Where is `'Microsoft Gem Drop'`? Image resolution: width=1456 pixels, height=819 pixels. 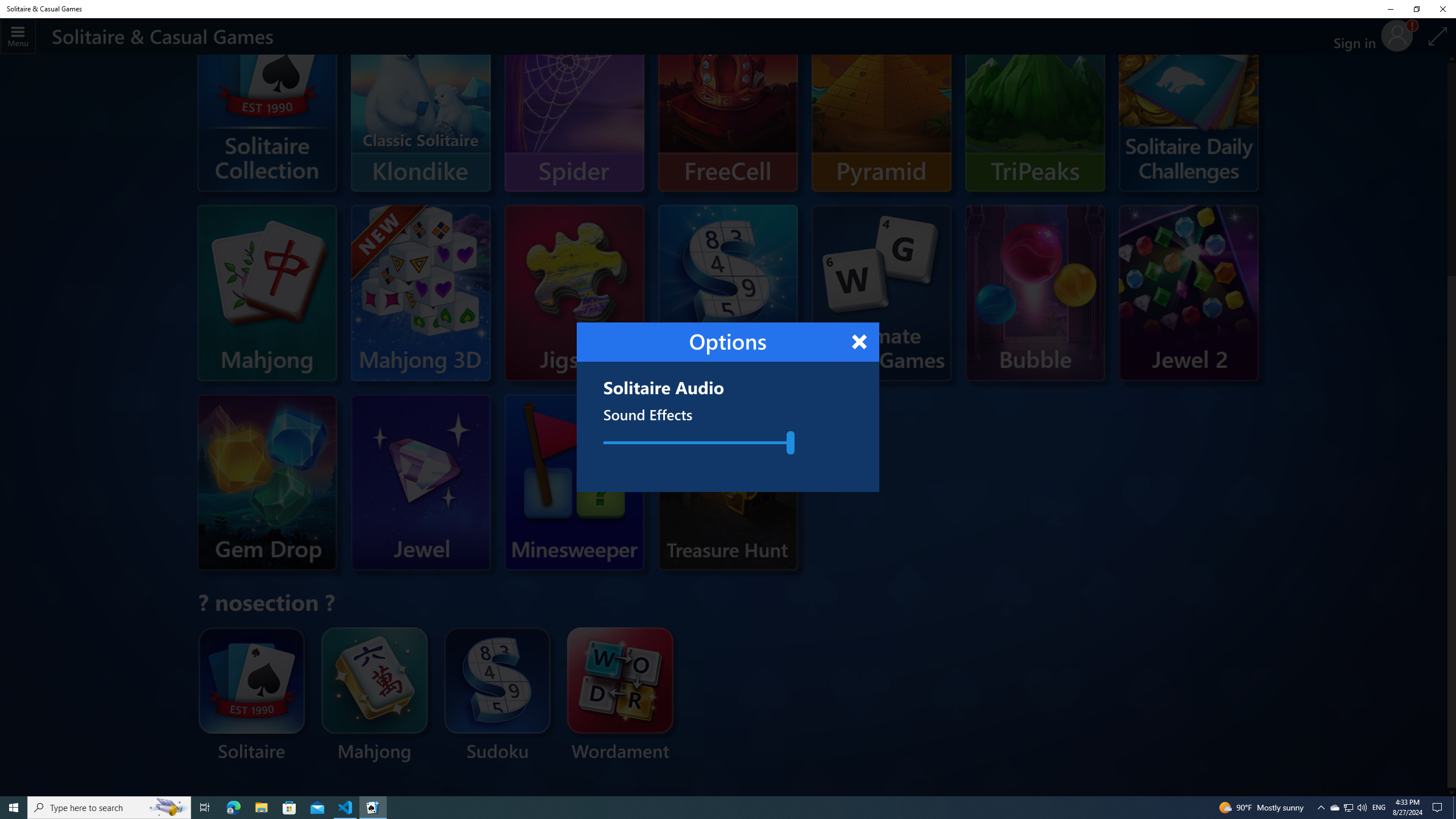 'Microsoft Gem Drop' is located at coordinates (267, 482).